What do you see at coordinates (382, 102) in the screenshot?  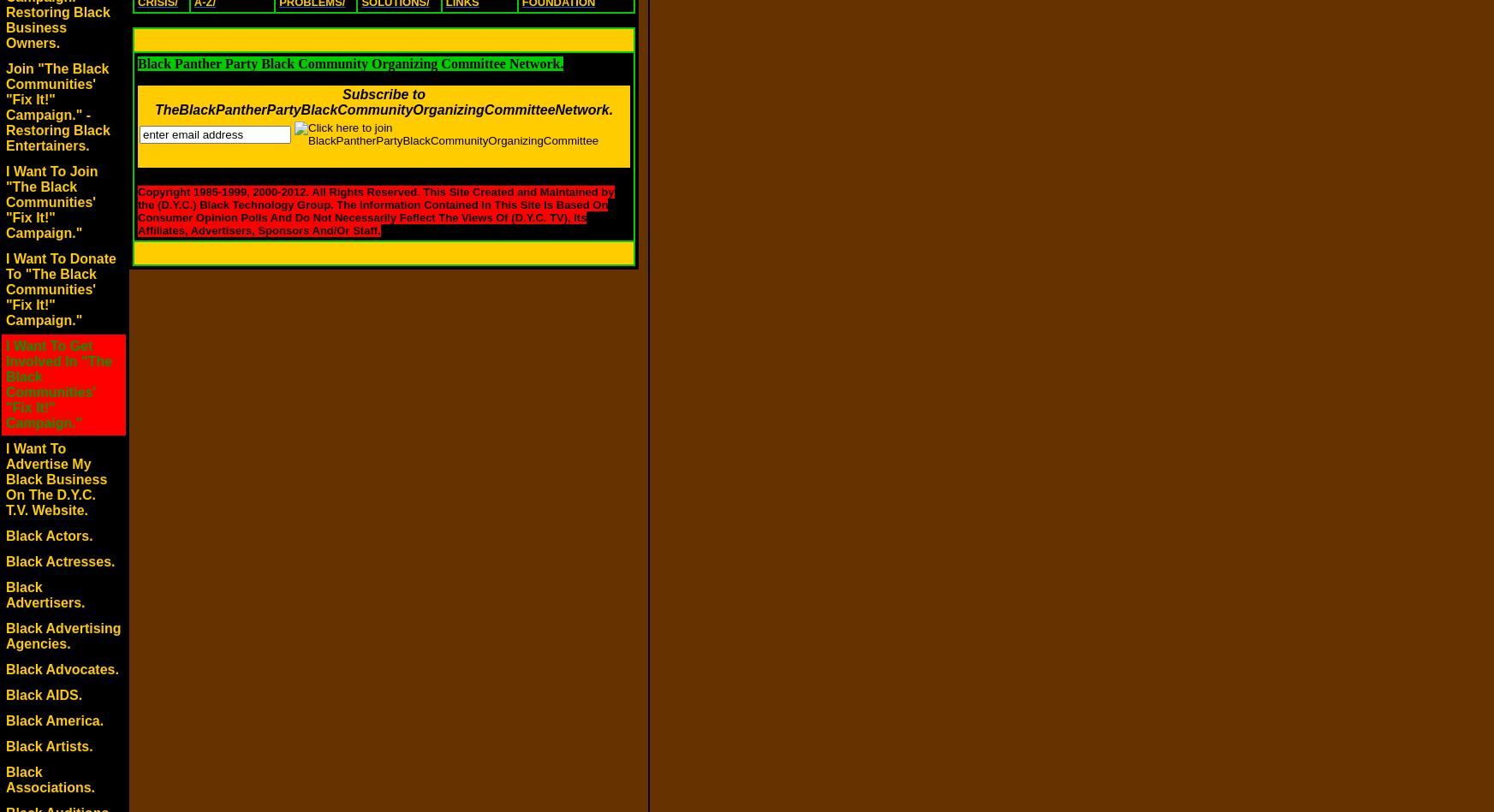 I see `'Subscribe to TheBlackPantherPartyBlackCommunityOrganizingCommitteeNetwork.'` at bounding box center [382, 102].